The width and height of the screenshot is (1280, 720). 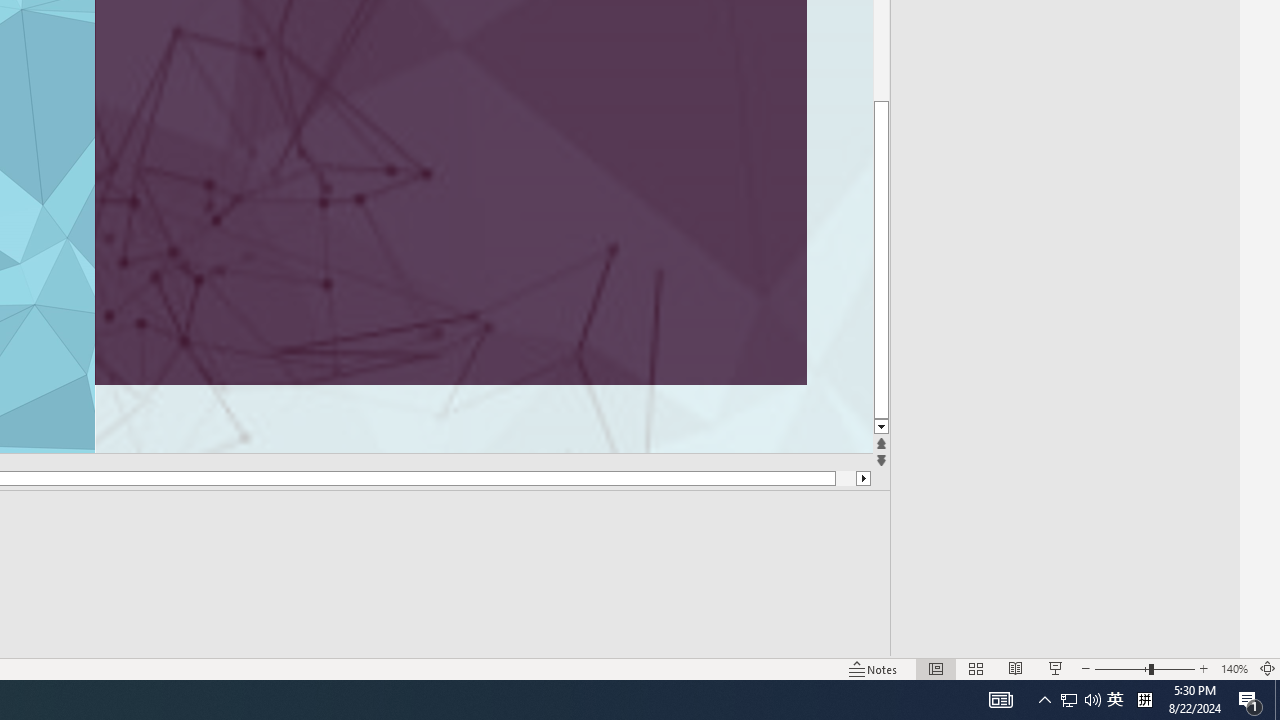 What do you see at coordinates (880, 426) in the screenshot?
I see `'Line down'` at bounding box center [880, 426].